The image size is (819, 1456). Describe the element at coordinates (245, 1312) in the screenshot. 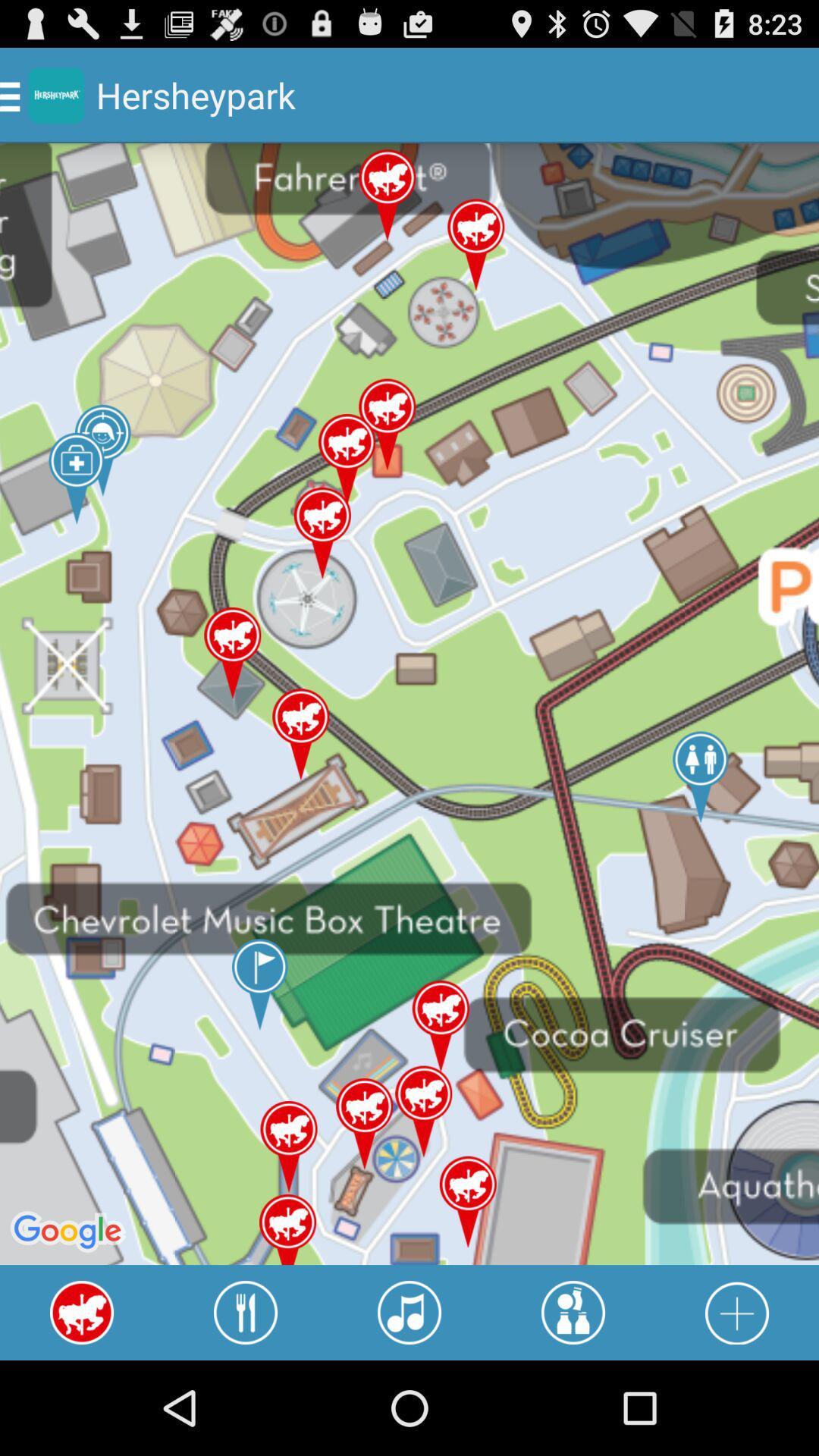

I see `find restaurant` at that location.